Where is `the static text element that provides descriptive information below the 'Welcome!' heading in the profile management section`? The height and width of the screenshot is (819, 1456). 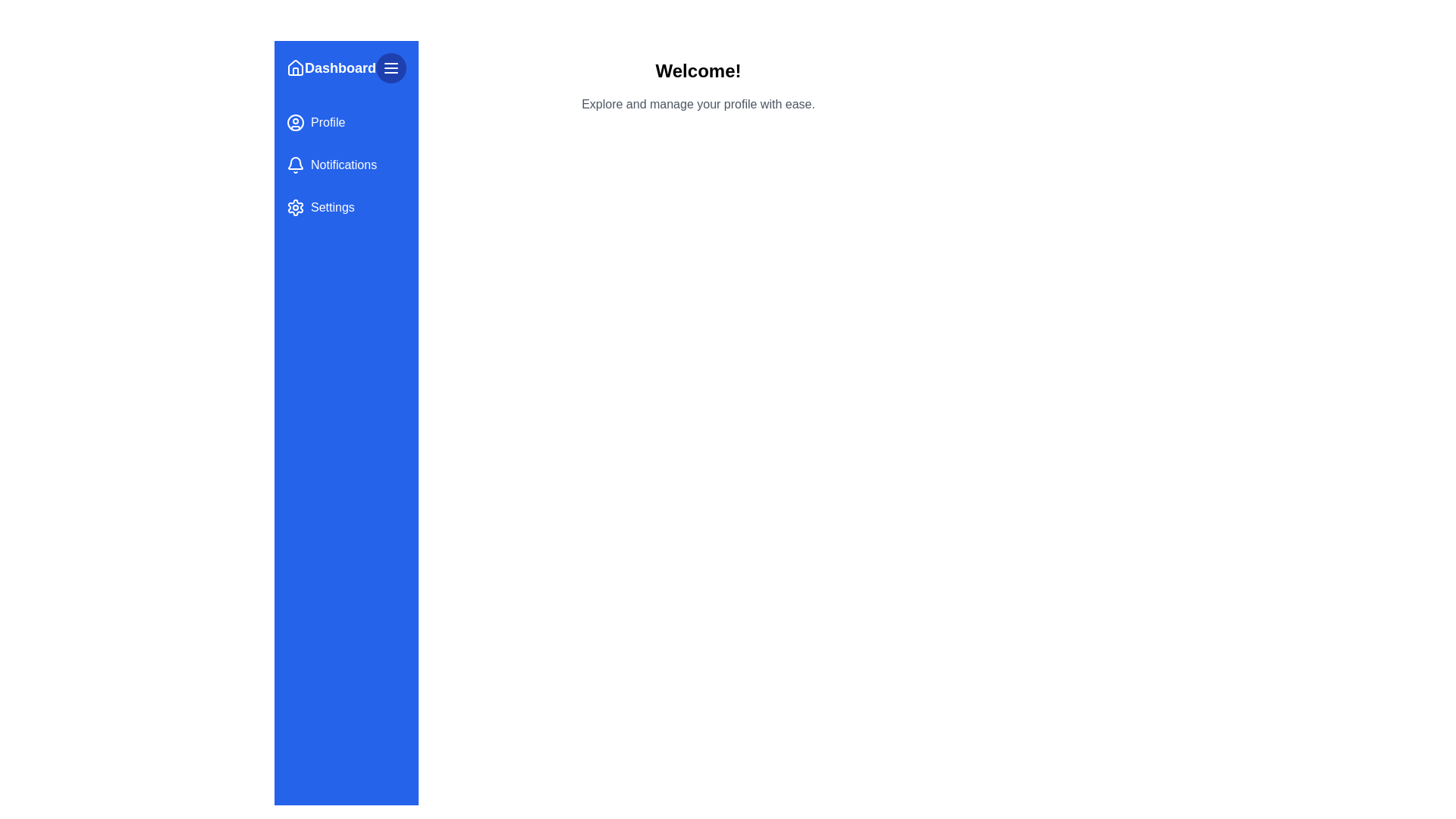 the static text element that provides descriptive information below the 'Welcome!' heading in the profile management section is located at coordinates (698, 104).